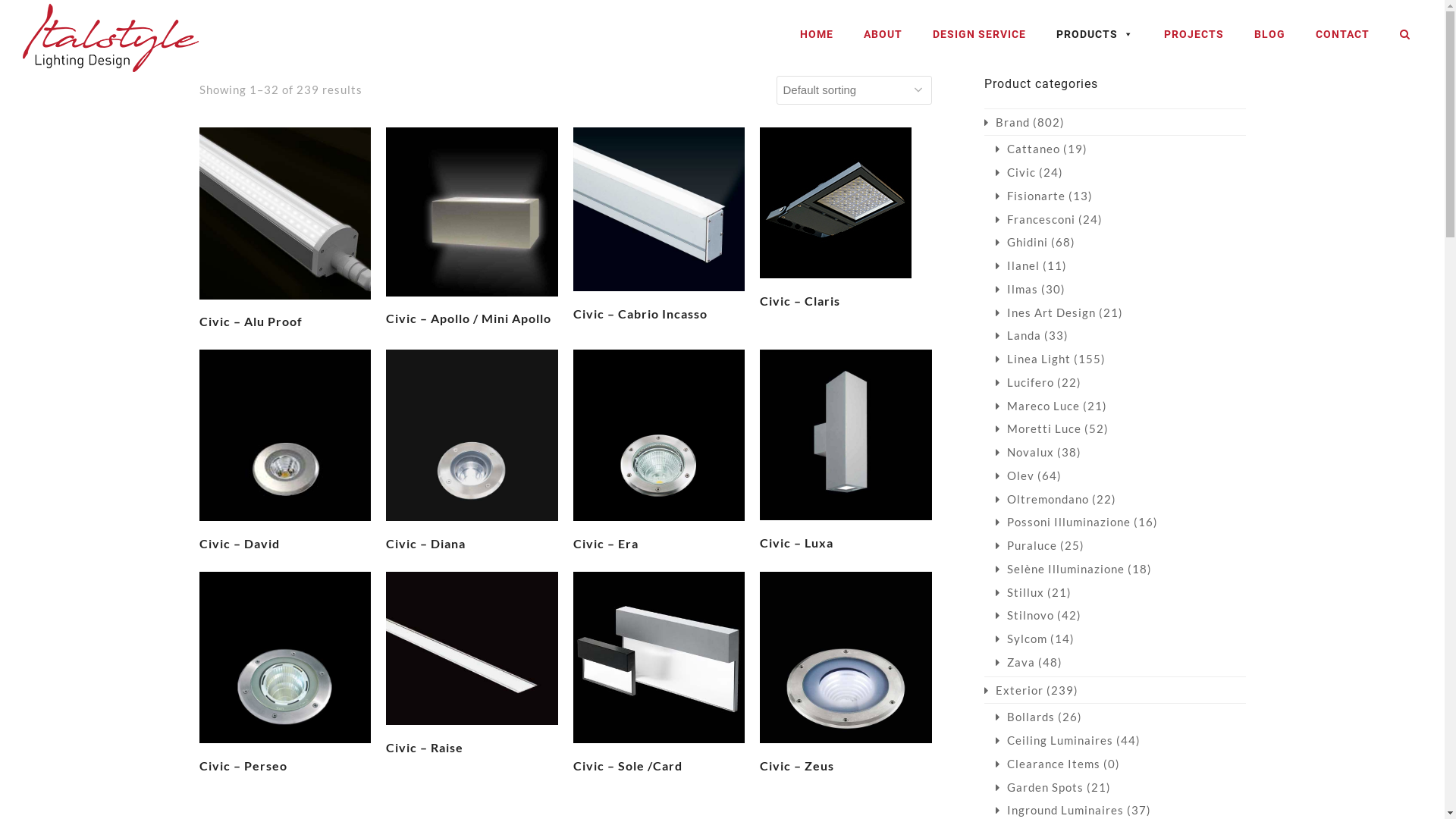 This screenshot has width=1456, height=819. What do you see at coordinates (1024, 717) in the screenshot?
I see `'Bollards'` at bounding box center [1024, 717].